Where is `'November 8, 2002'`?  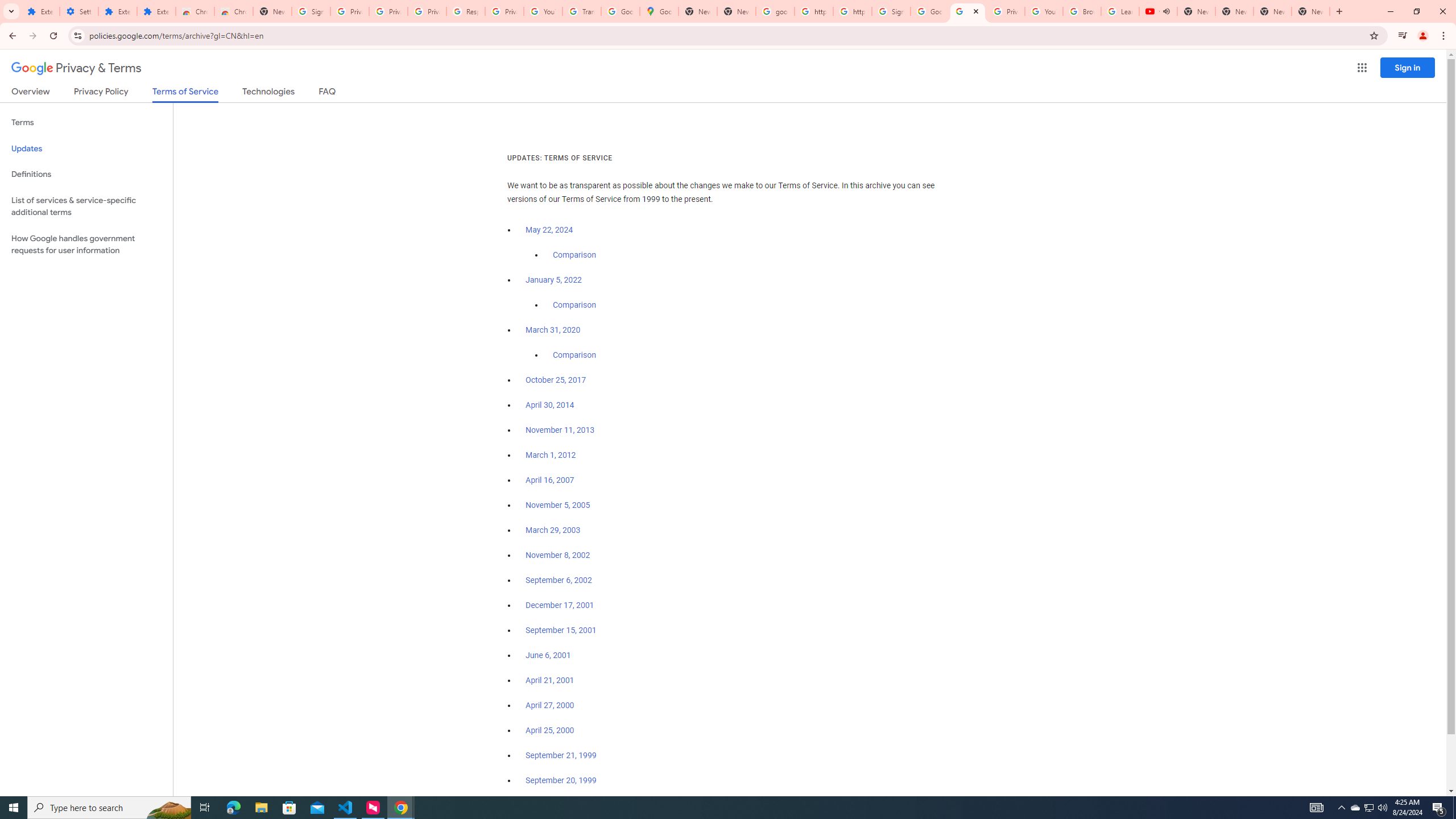
'November 8, 2002' is located at coordinates (557, 555).